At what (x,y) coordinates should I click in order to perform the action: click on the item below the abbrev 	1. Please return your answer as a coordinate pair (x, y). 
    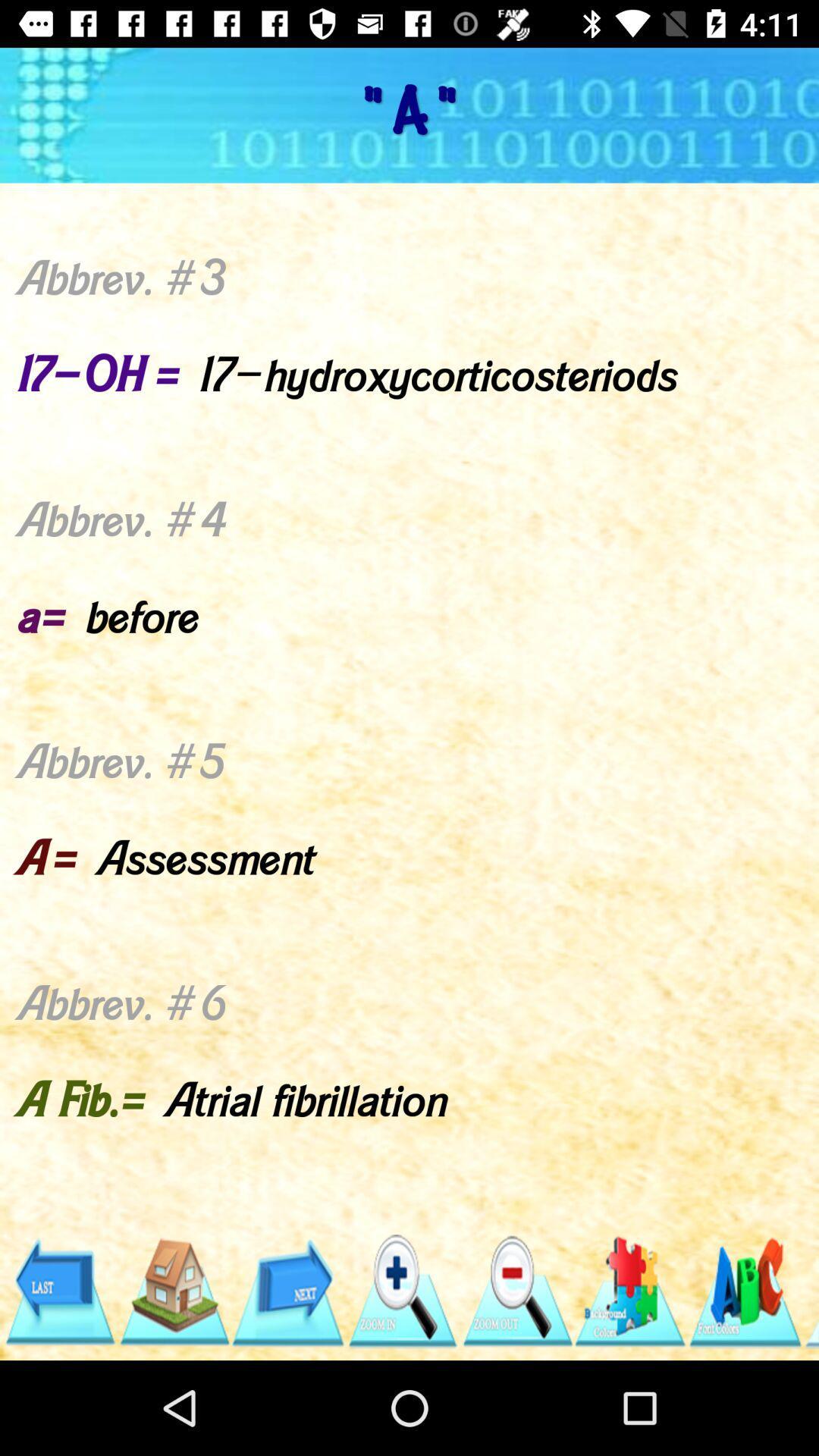
    Looking at the image, I should click on (58, 1291).